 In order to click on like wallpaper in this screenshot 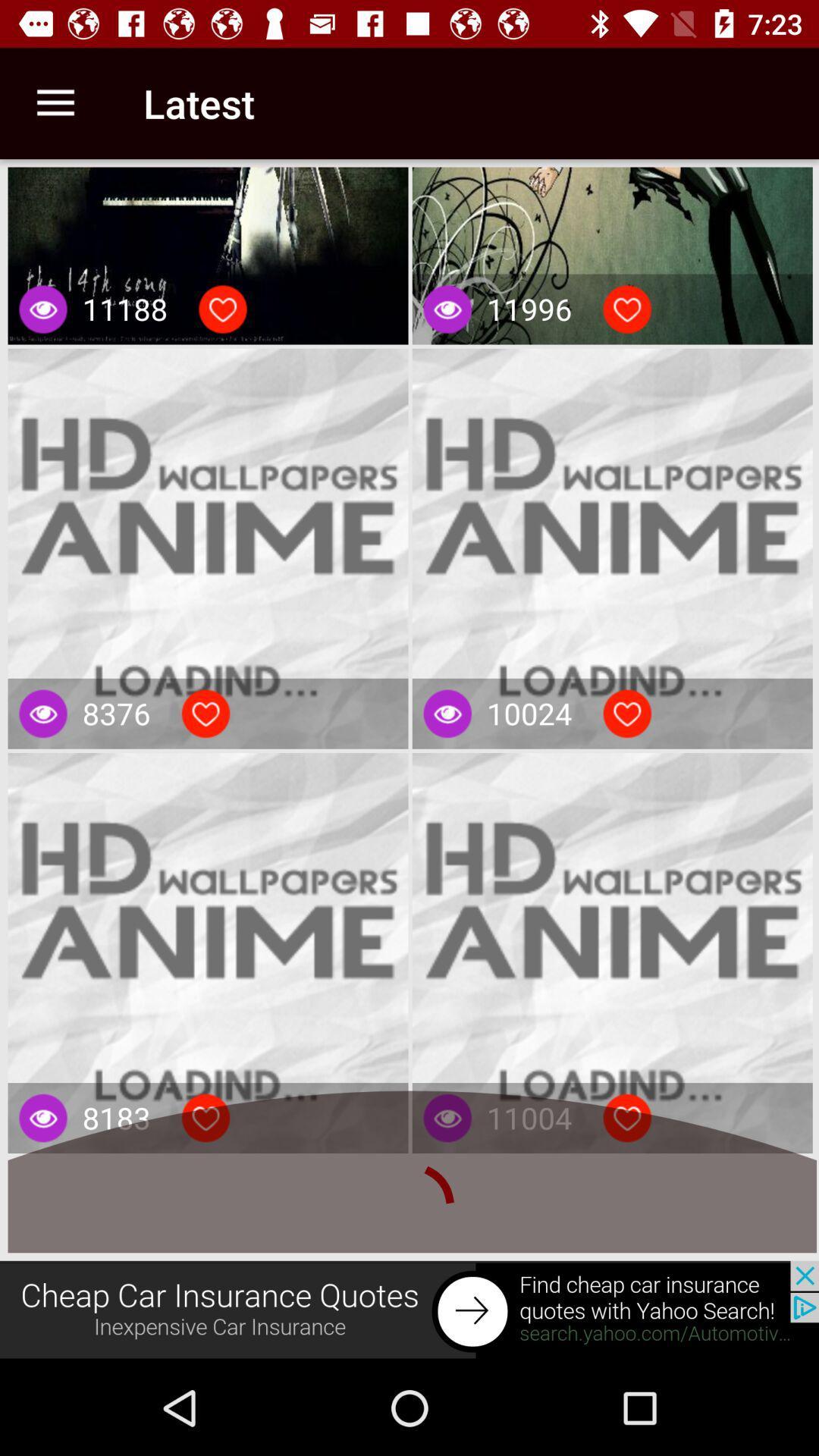, I will do `click(206, 1118)`.